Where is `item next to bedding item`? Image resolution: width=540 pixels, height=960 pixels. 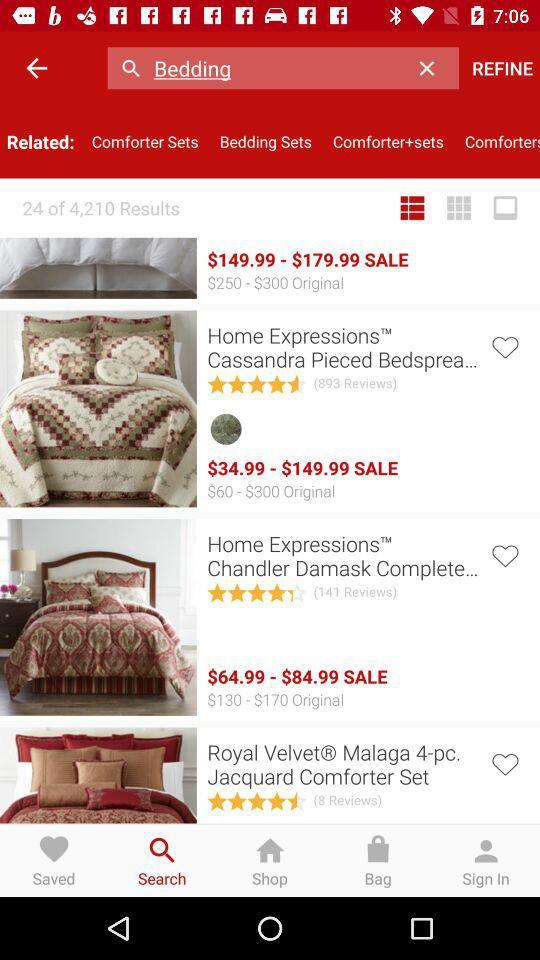 item next to bedding item is located at coordinates (431, 68).